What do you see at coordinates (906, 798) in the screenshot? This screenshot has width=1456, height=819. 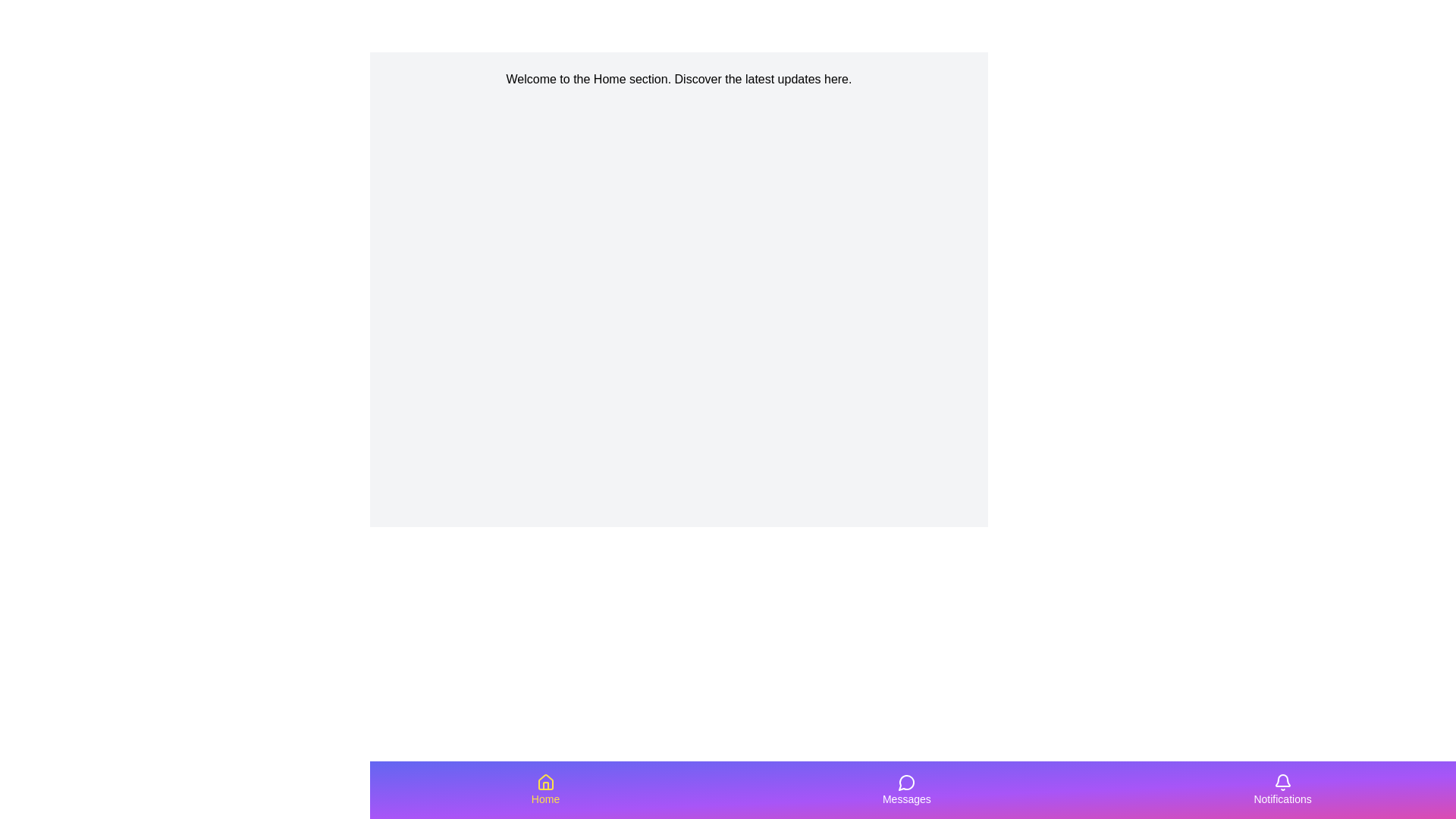 I see `the 'Messages' label in the bottom navigation bar` at bounding box center [906, 798].